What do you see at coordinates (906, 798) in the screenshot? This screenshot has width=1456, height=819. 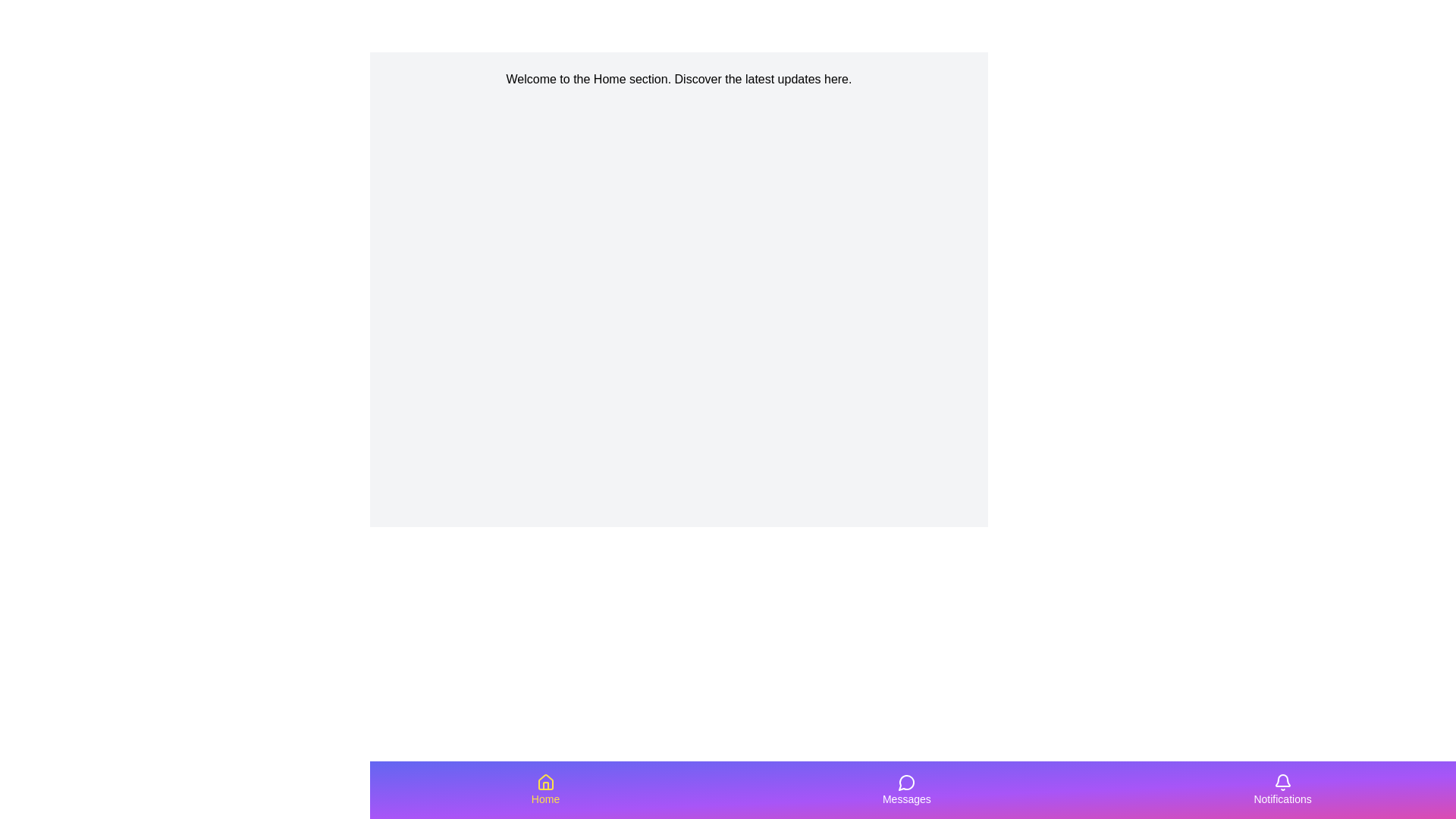 I see `the 'Messages' label in the bottom navigation bar` at bounding box center [906, 798].